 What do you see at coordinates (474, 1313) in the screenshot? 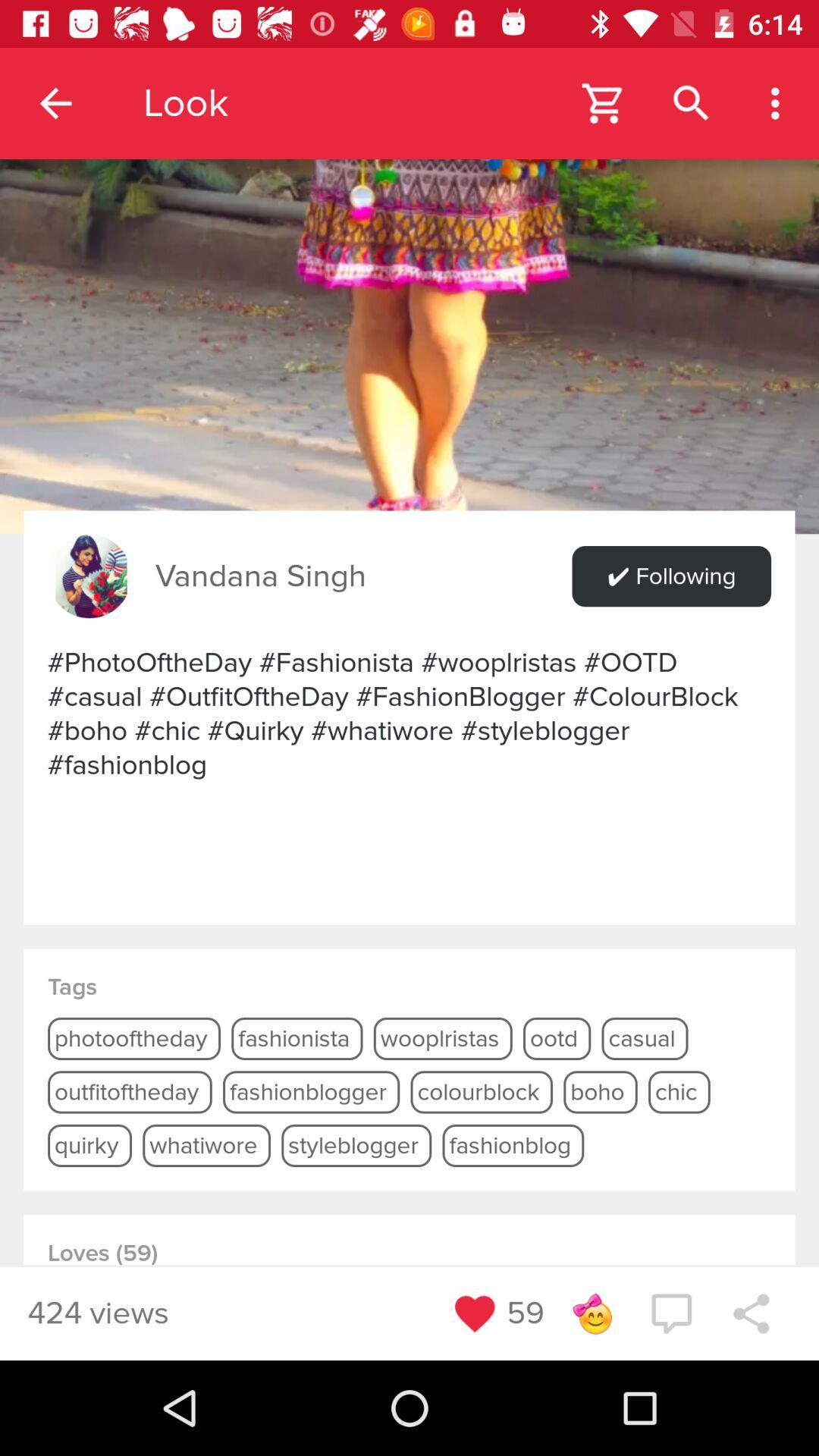
I see `this button to activate the like` at bounding box center [474, 1313].